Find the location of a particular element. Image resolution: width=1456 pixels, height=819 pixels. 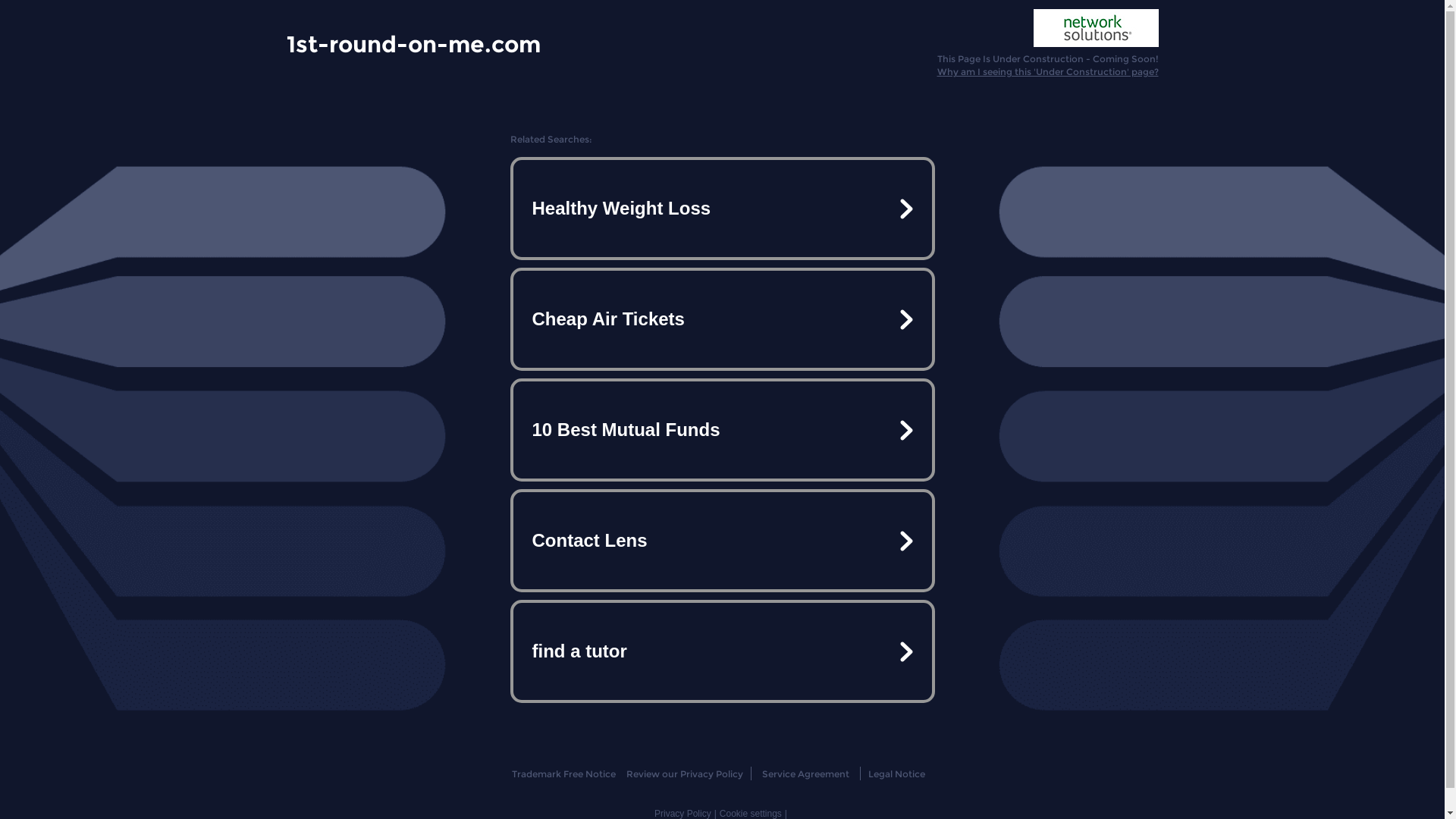

'find a tutor' is located at coordinates (720, 651).